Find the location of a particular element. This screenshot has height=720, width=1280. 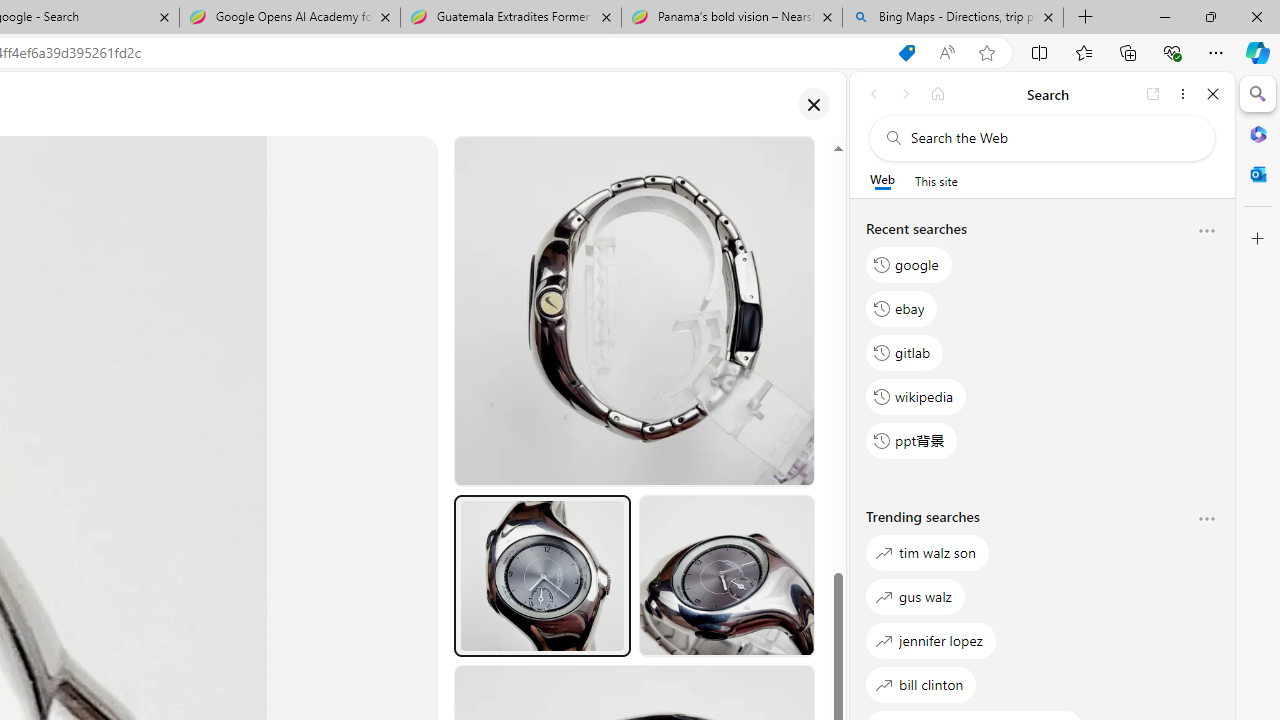

'Close image gallery dialog' is located at coordinates (813, 104).